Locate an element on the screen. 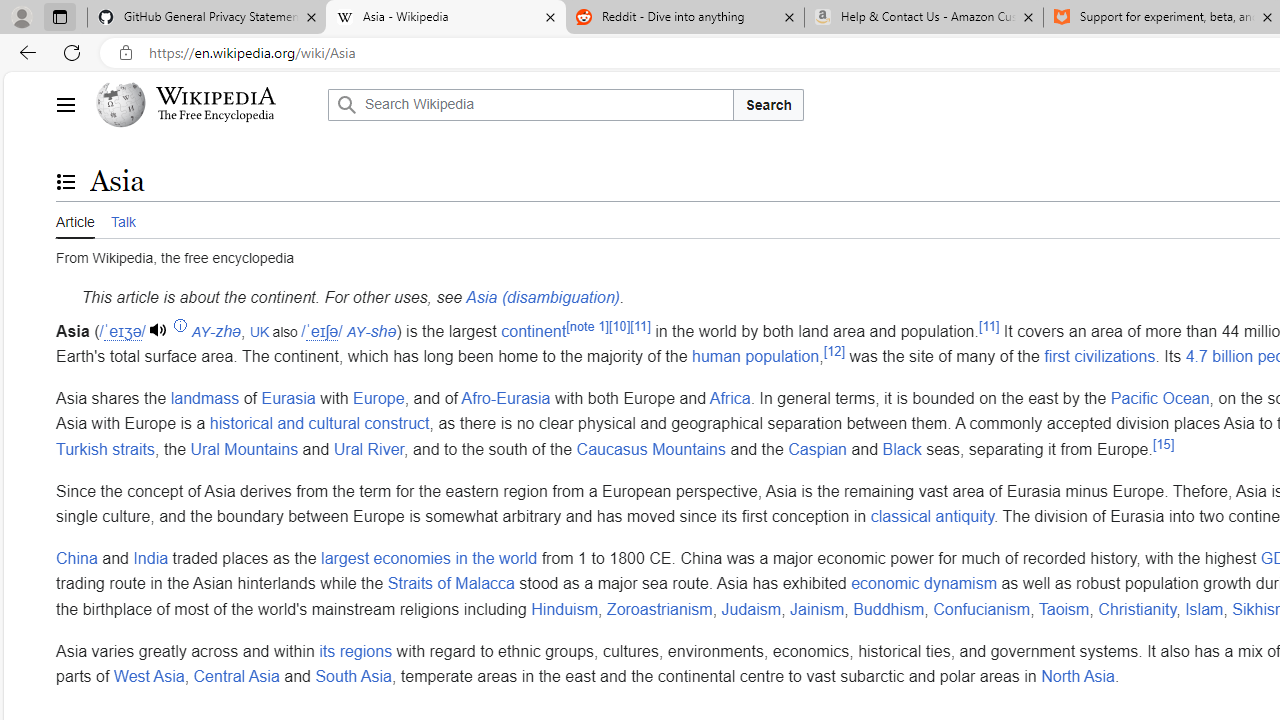 This screenshot has height=720, width=1280. 'Buddhism' is located at coordinates (887, 607).